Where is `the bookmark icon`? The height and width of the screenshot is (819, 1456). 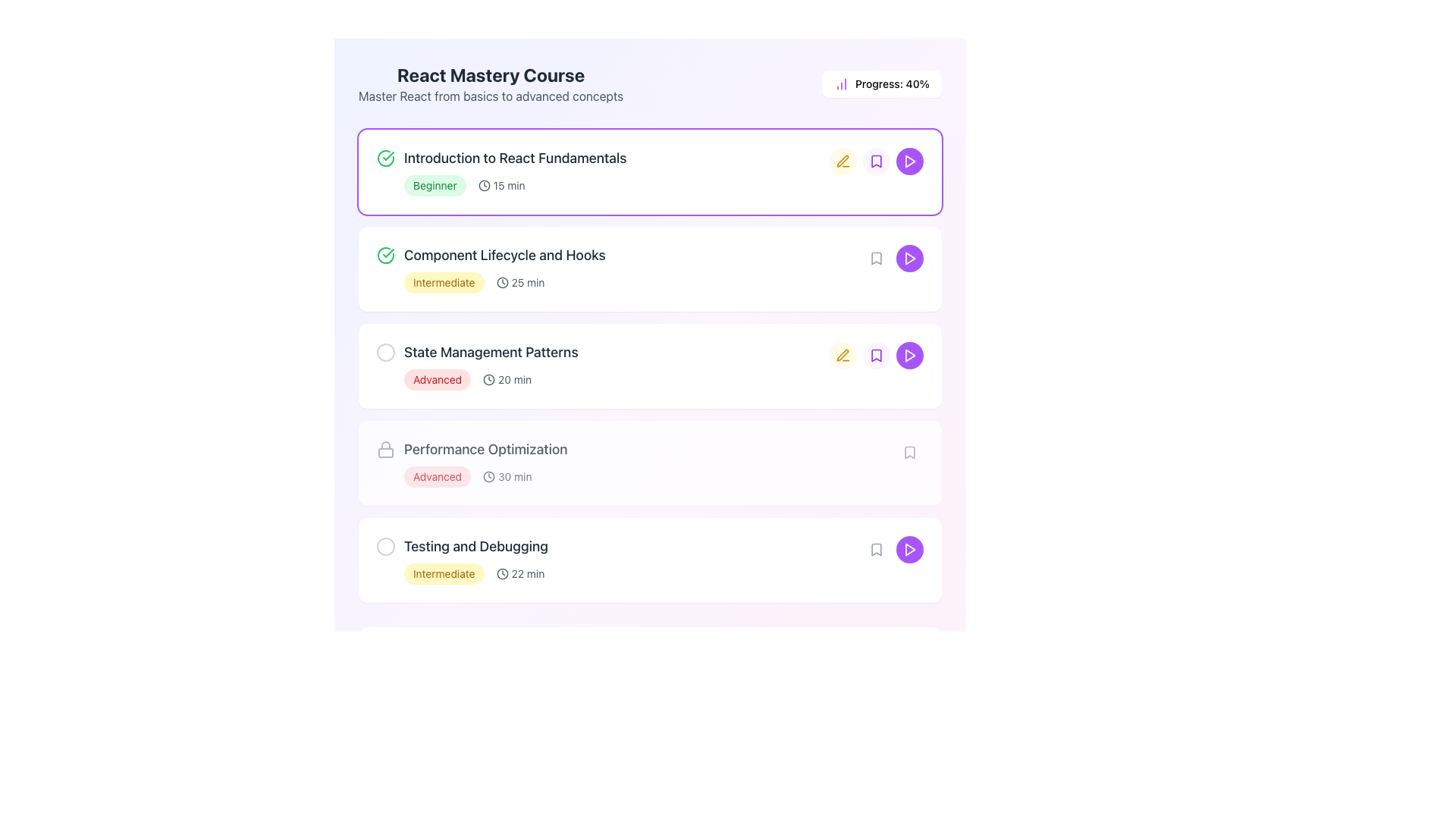 the bookmark icon is located at coordinates (877, 550).